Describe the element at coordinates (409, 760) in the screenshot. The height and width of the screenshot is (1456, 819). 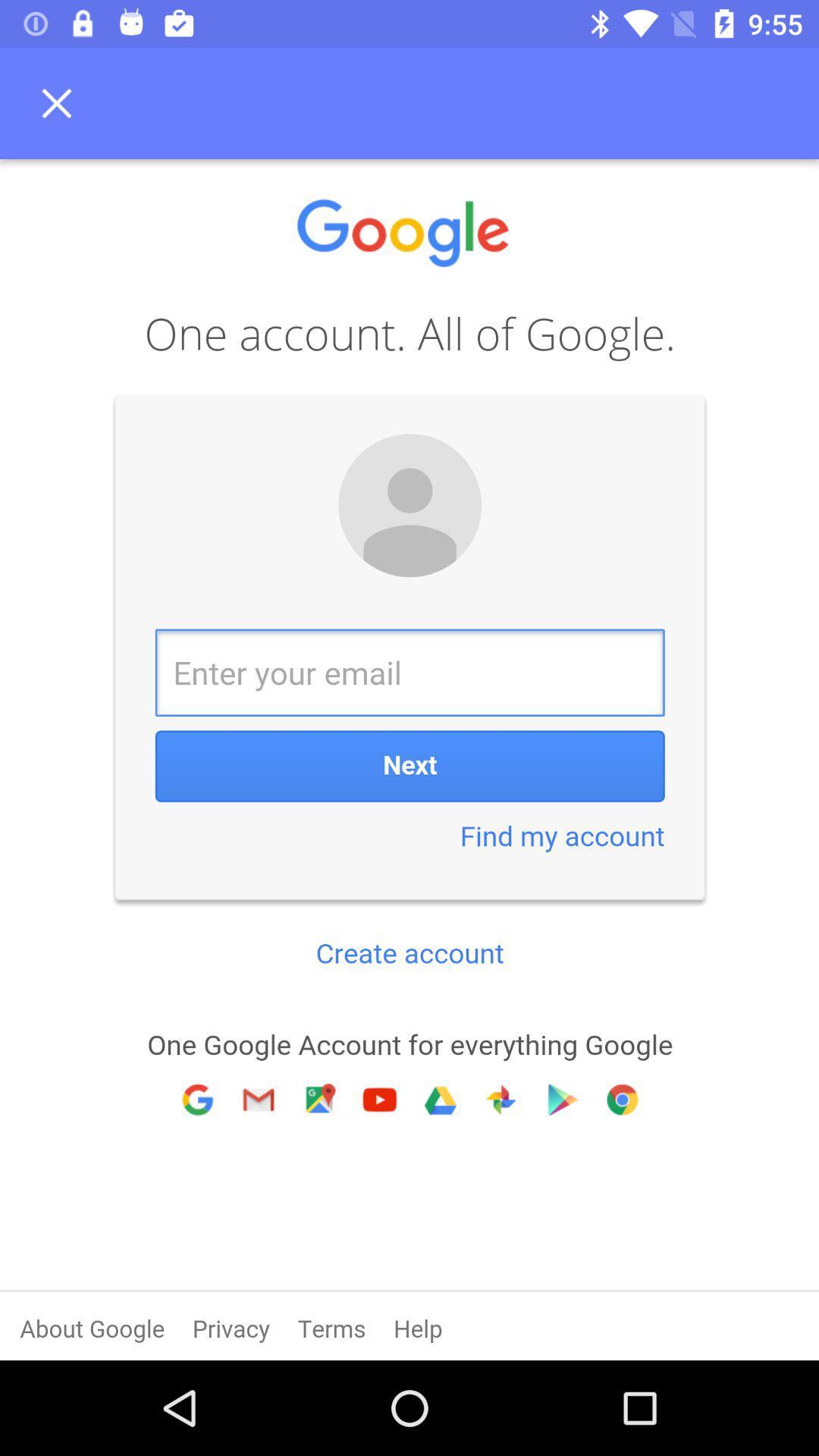
I see `profaneness` at that location.